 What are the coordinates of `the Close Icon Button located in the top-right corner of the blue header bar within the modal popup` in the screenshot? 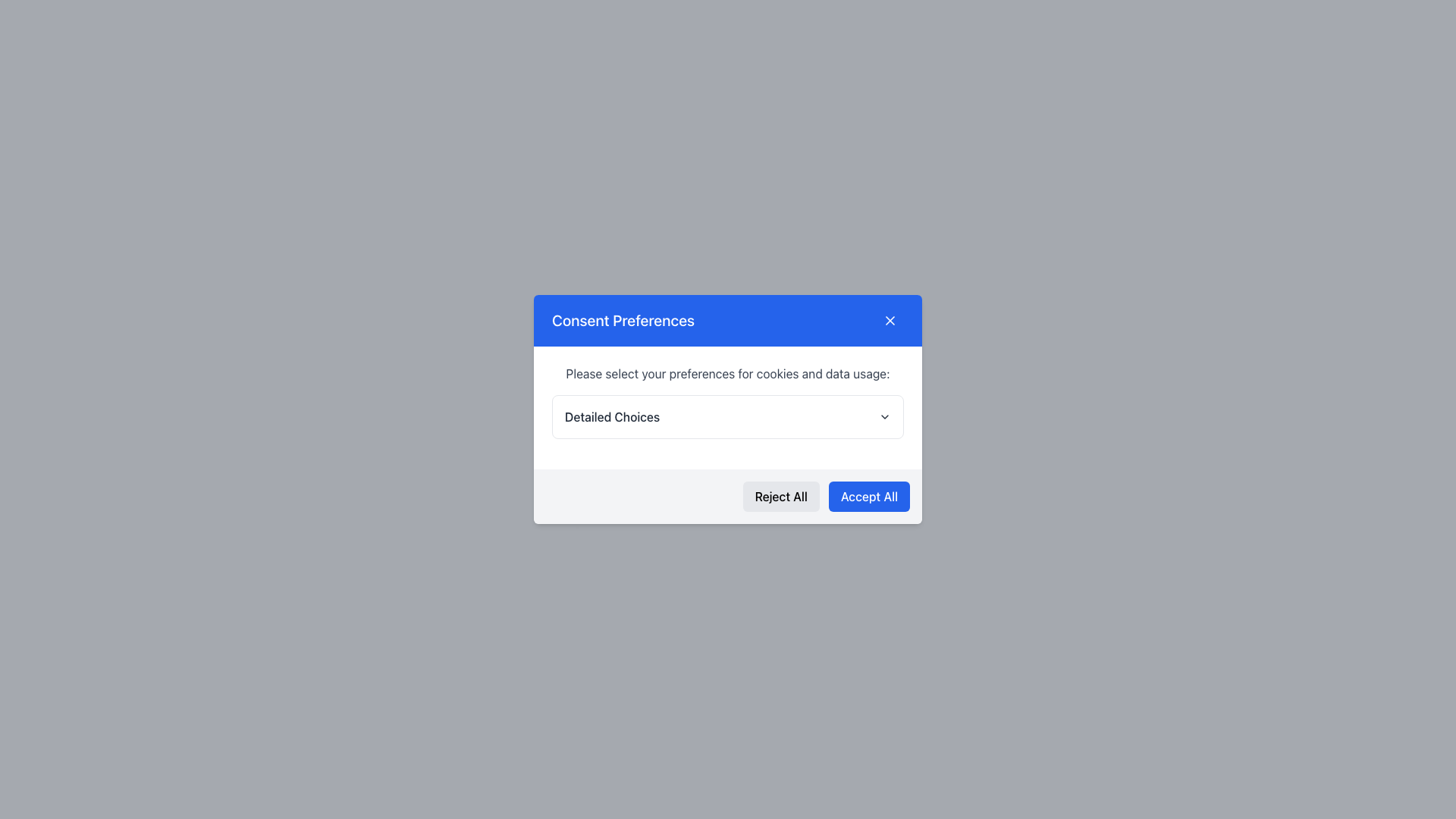 It's located at (890, 320).